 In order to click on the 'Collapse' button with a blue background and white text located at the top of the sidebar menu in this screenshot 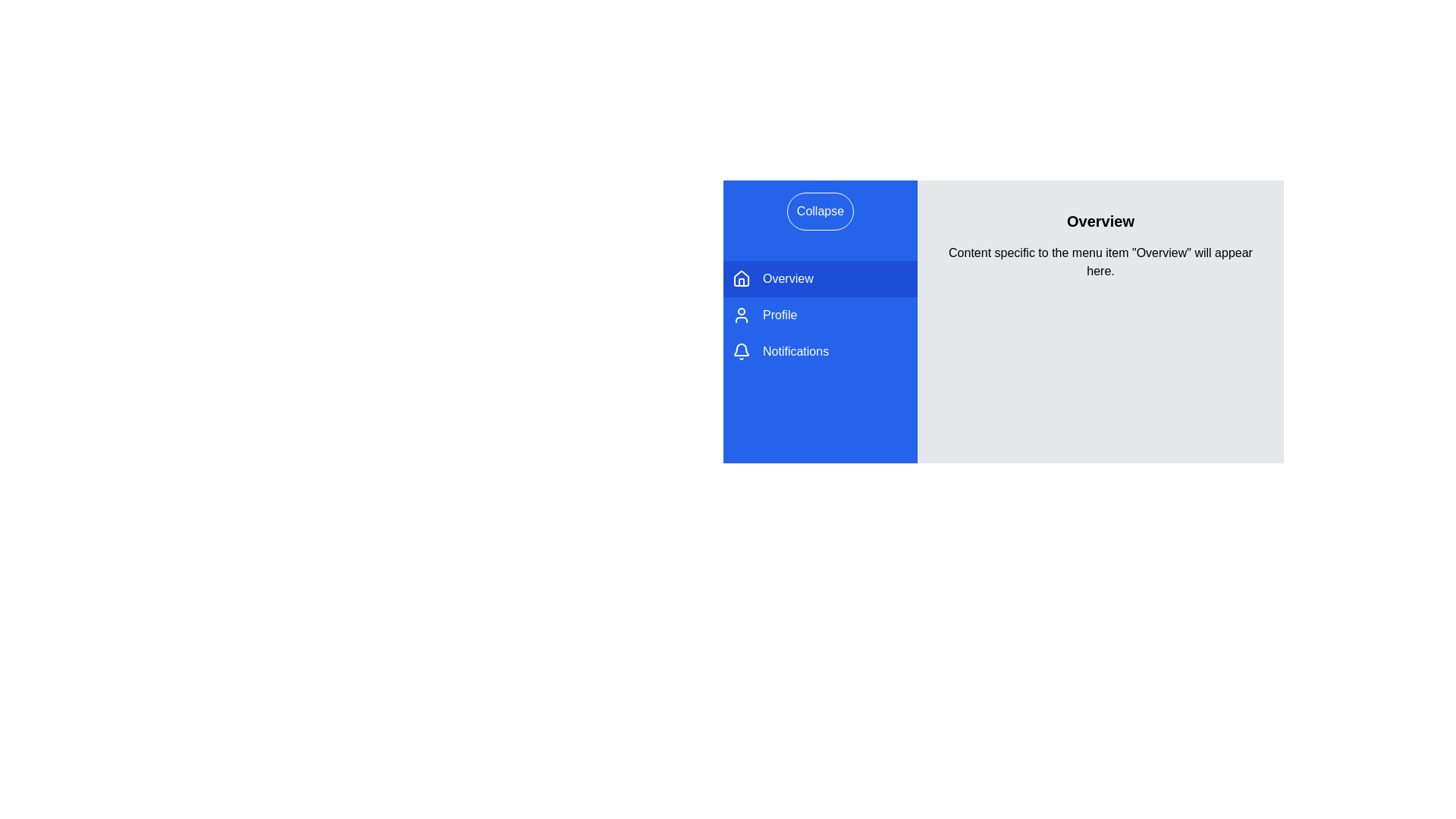, I will do `click(819, 211)`.